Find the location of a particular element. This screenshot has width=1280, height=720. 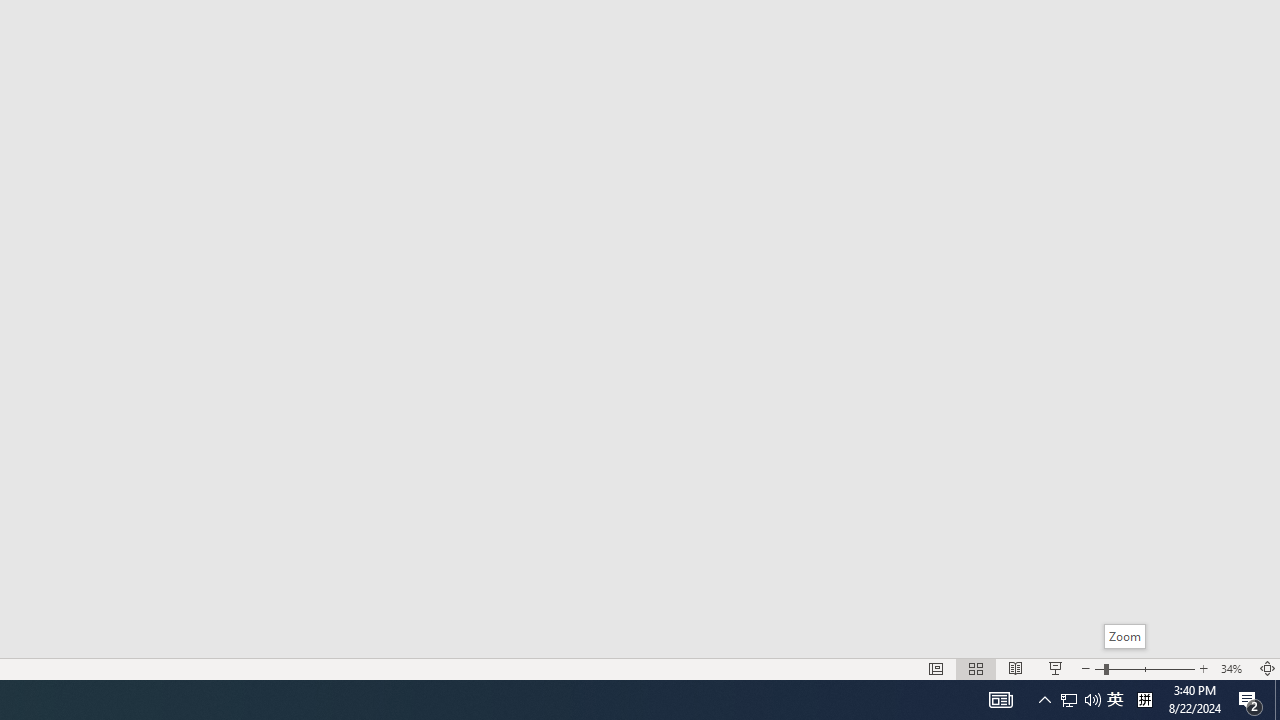

'Zoom 34%' is located at coordinates (1233, 669).